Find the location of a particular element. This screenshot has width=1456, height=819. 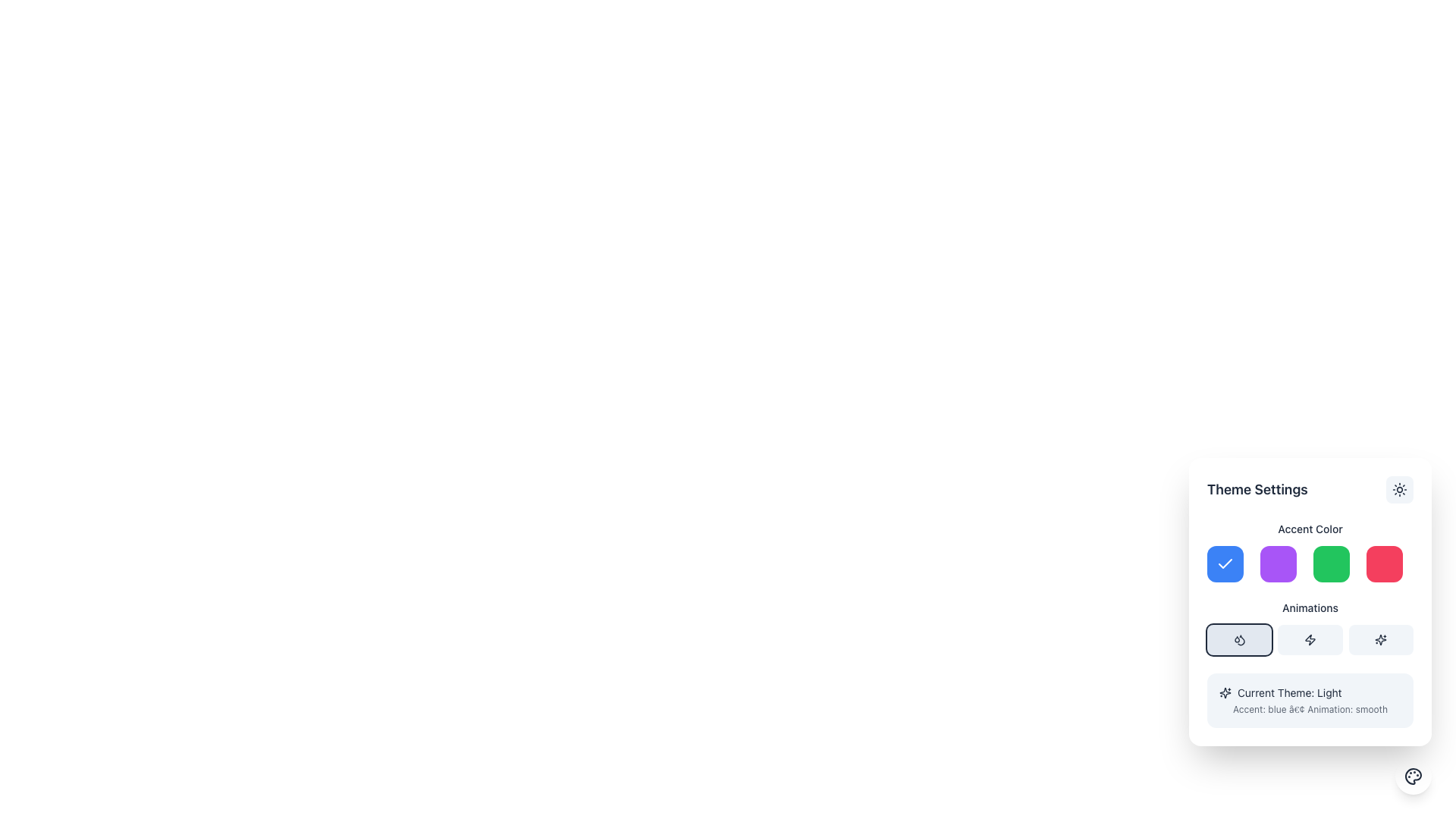

displayed text of the Text Label indicating the current theme setting, which shows 'Light', located in the 'Theme Settings' module near the lower-right corner is located at coordinates (1288, 693).